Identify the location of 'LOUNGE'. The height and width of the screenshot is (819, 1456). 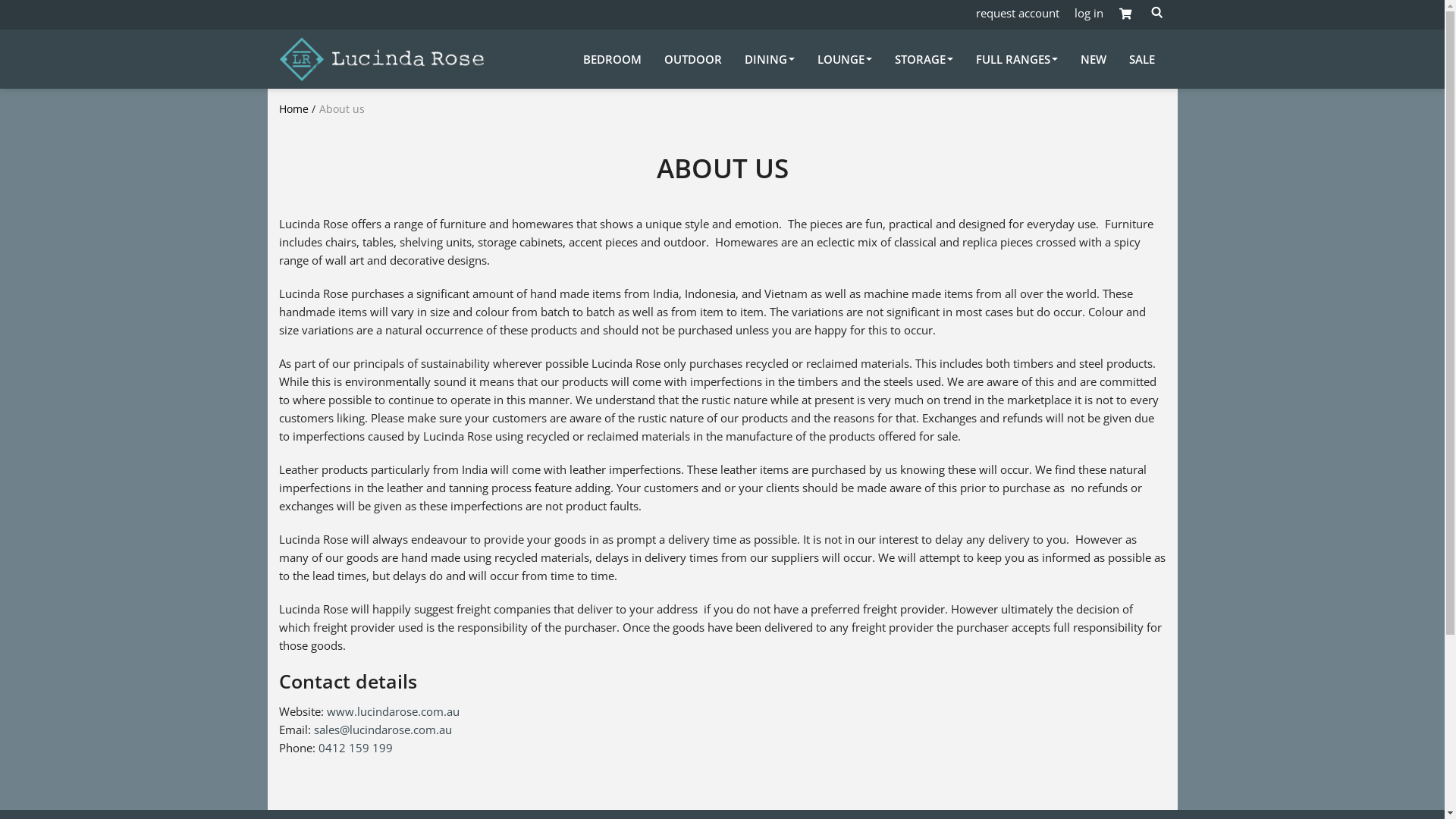
(843, 58).